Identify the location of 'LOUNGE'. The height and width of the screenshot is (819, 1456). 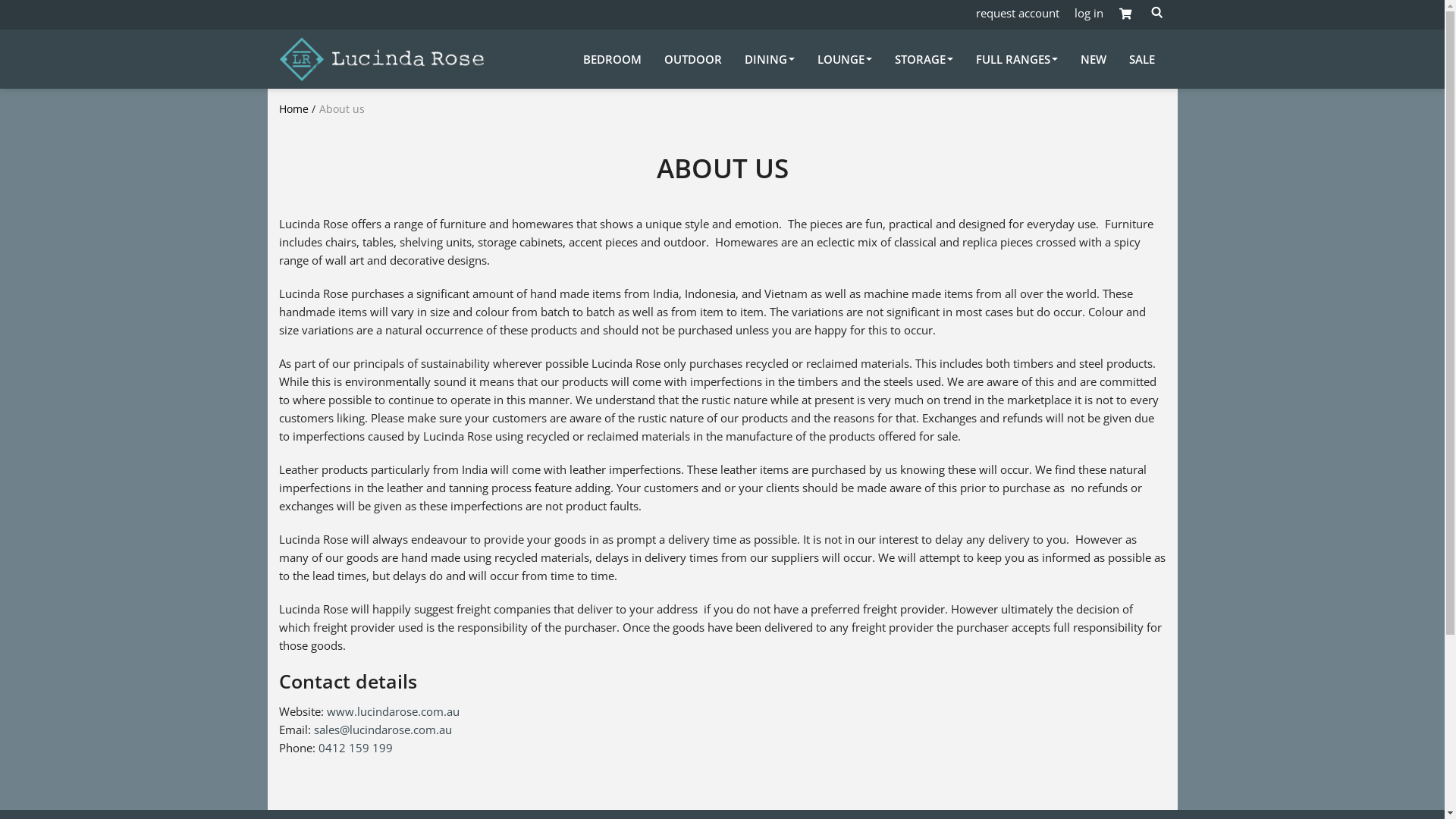
(843, 58).